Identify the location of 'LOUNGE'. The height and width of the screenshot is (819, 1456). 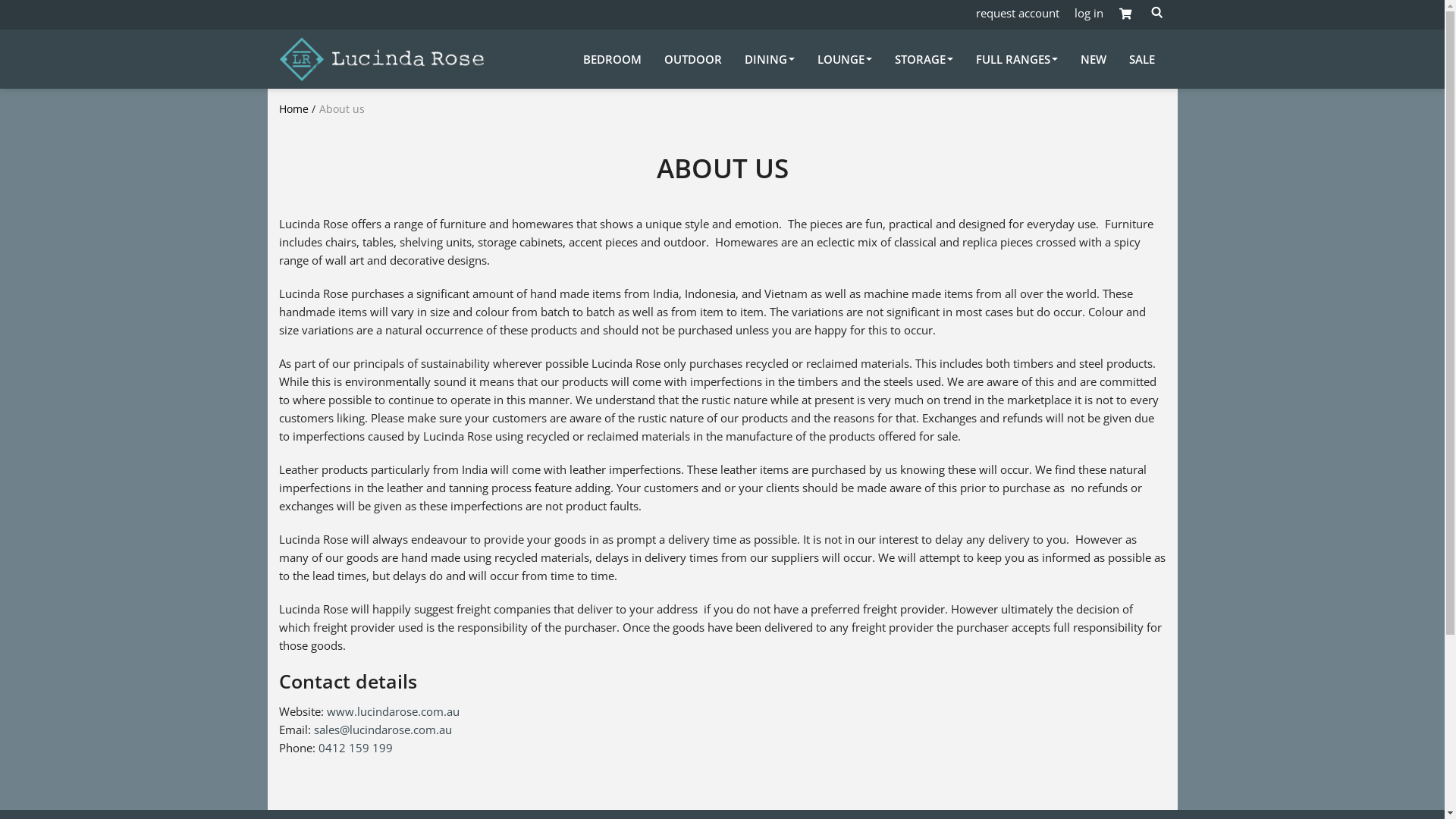
(843, 58).